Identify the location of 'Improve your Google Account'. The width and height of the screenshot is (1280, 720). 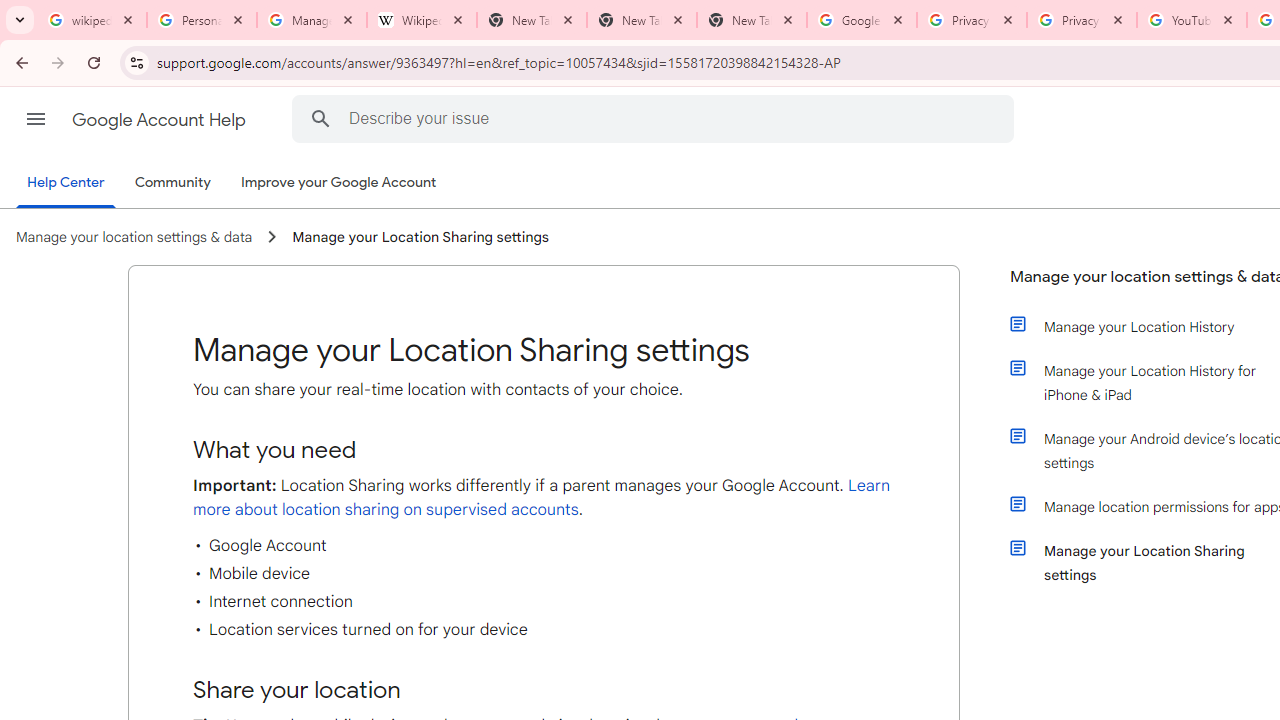
(339, 183).